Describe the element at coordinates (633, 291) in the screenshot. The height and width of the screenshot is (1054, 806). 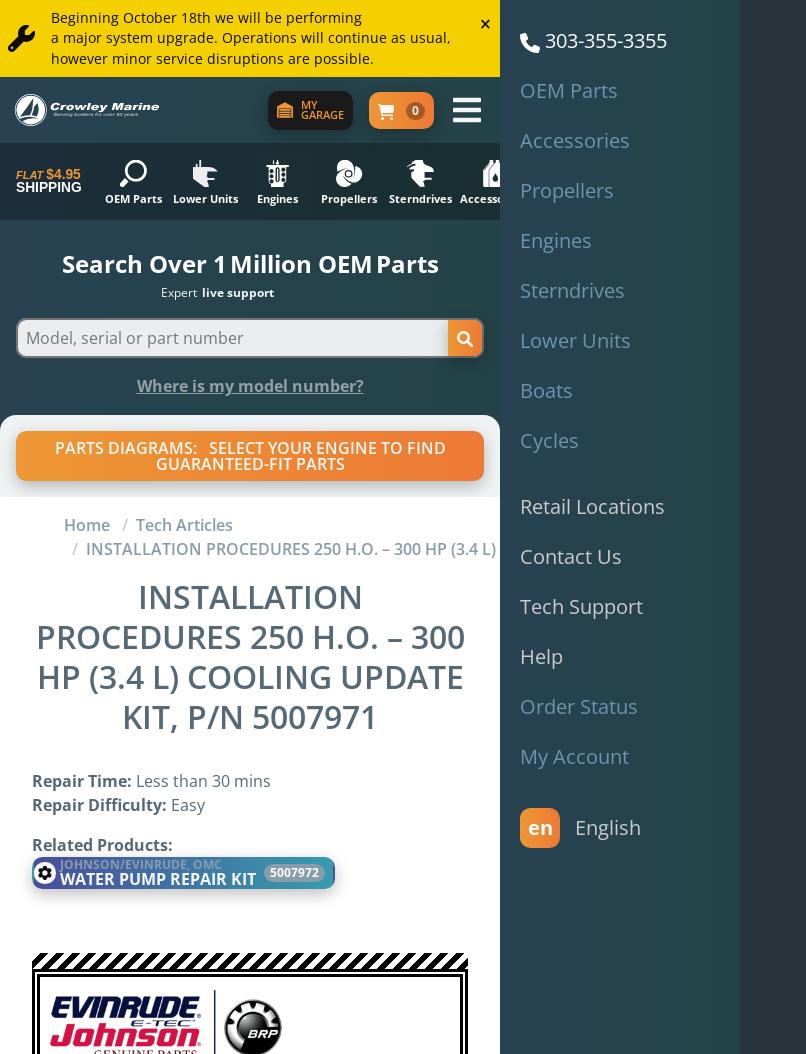
I see `'50+ years'` at that location.